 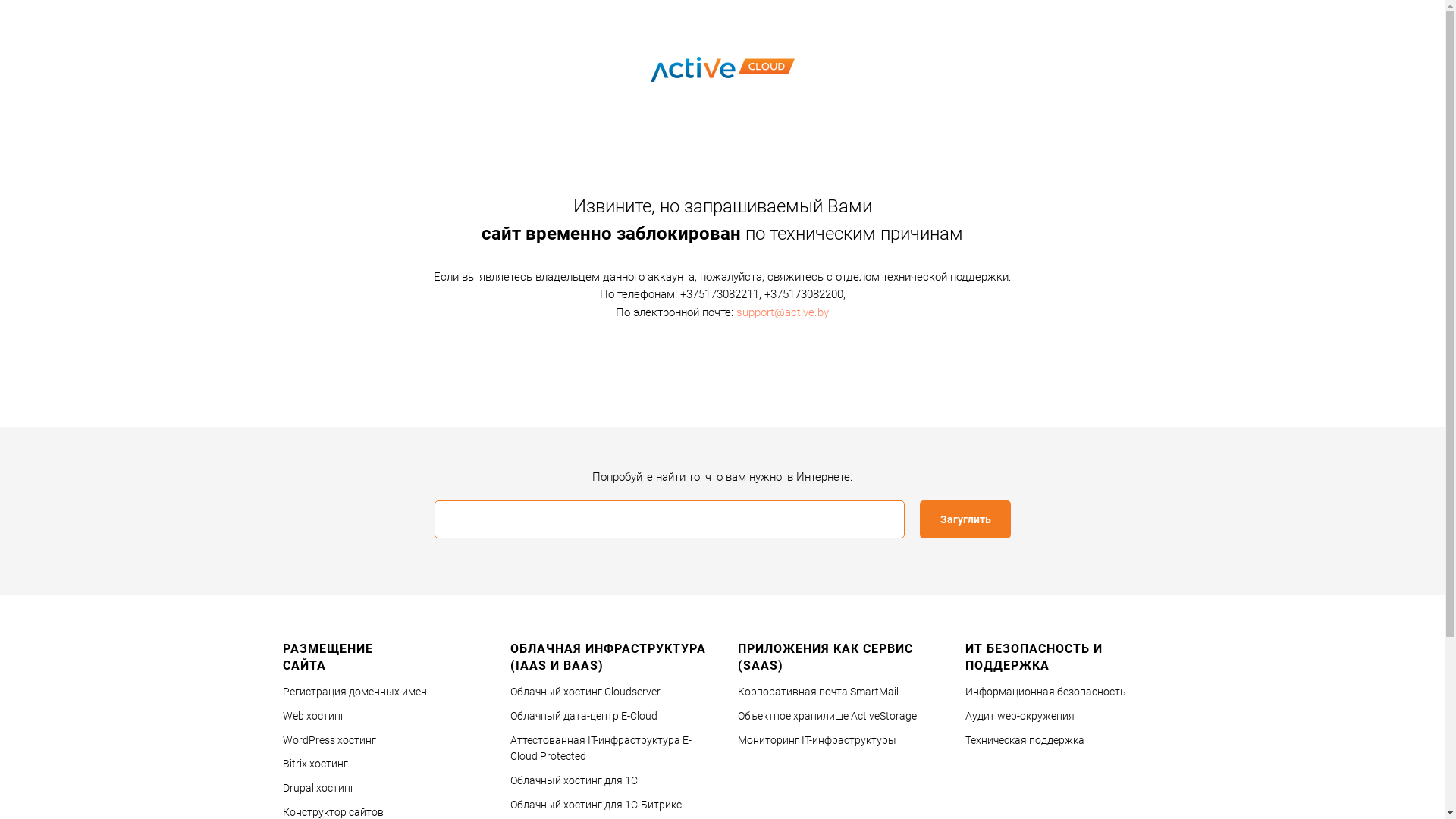 I want to click on '+375173082200', so click(x=764, y=294).